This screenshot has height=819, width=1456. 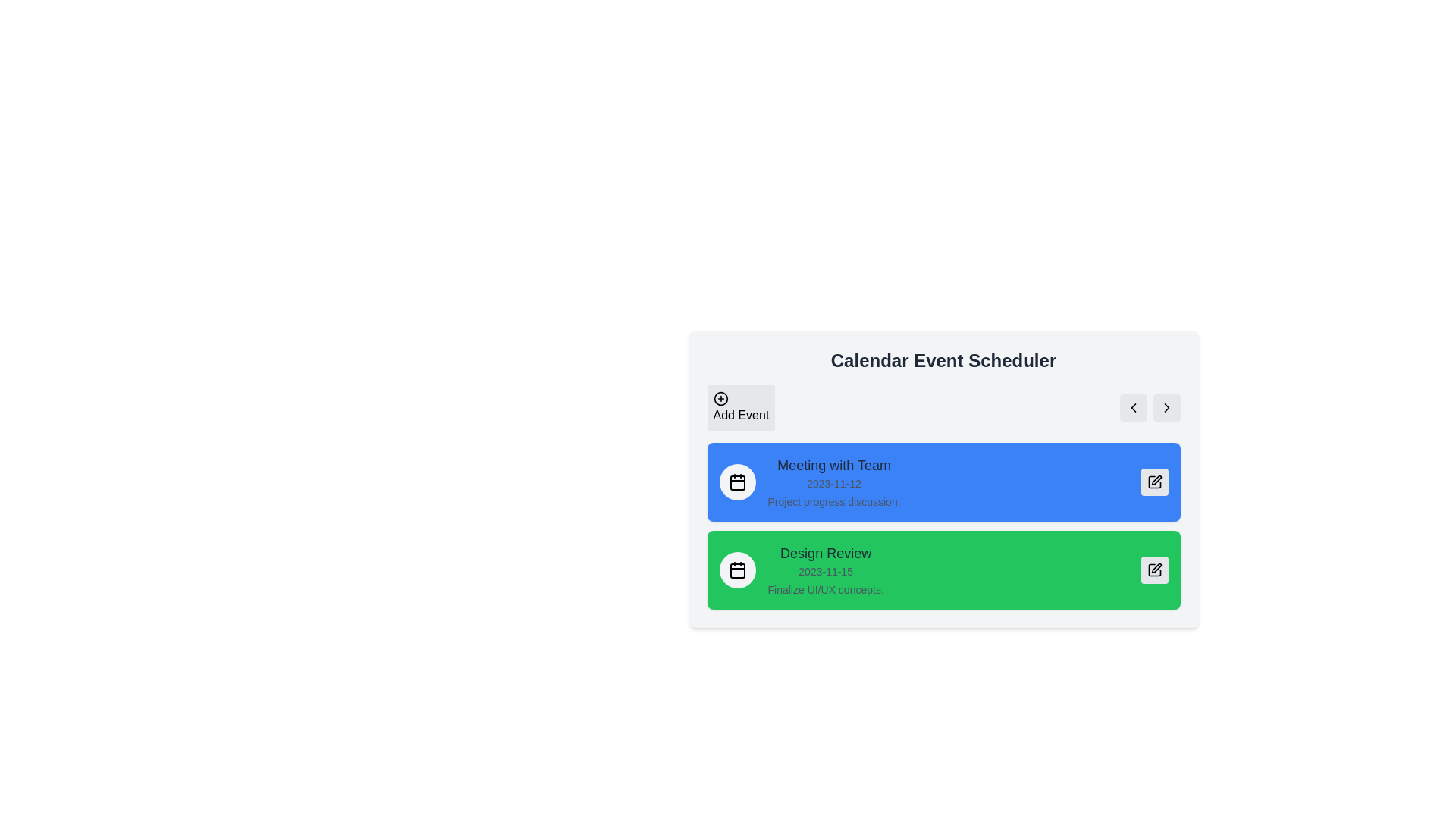 What do you see at coordinates (1153, 570) in the screenshot?
I see `the small square button with a light gray background and a black pencil icon, located in the green background section of the 'Design Review' event block` at bounding box center [1153, 570].